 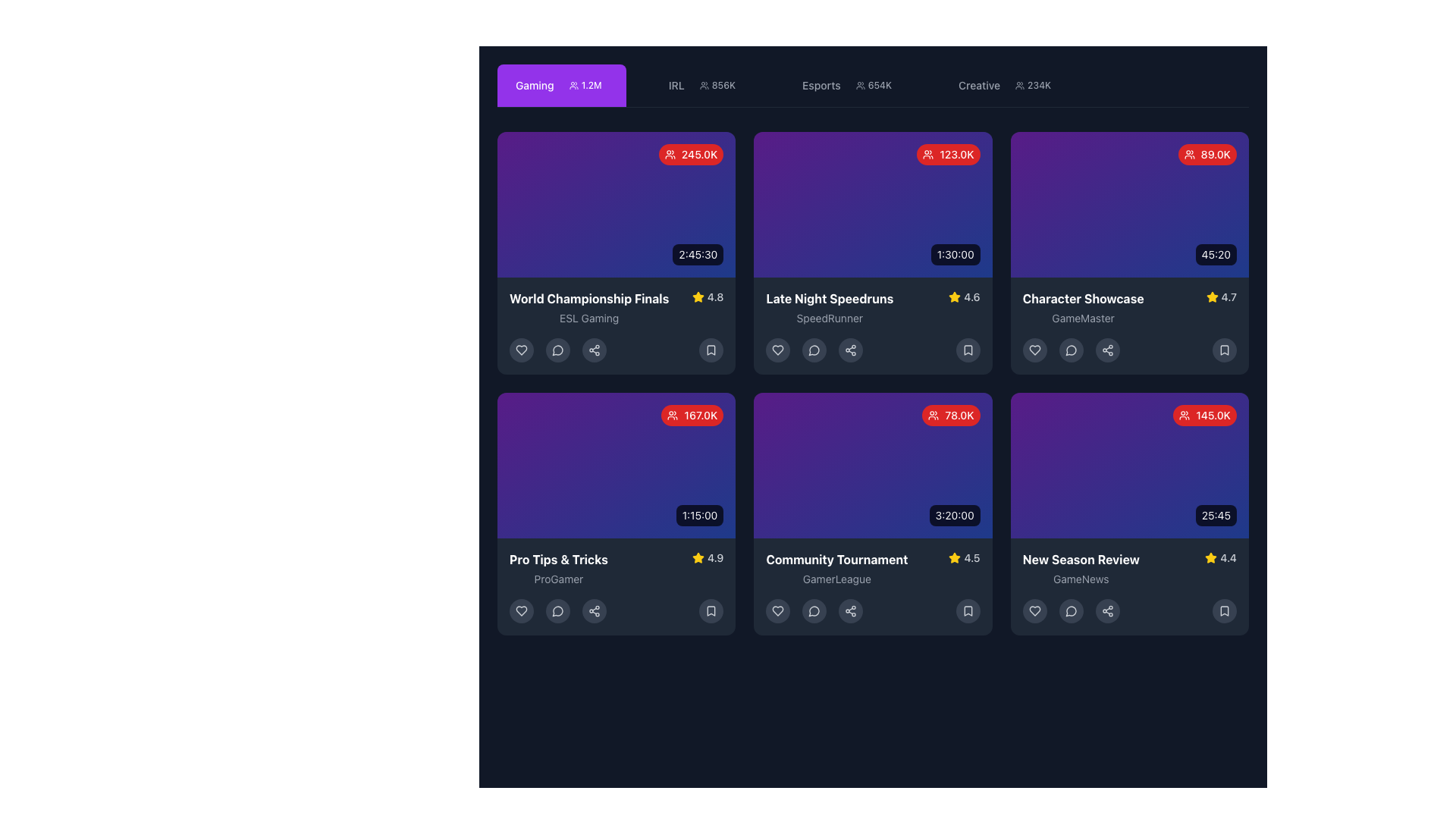 I want to click on the circular speech bubble icon button, which is the second icon in the control group below the 'Late Night Speedruns' card, so click(x=814, y=350).